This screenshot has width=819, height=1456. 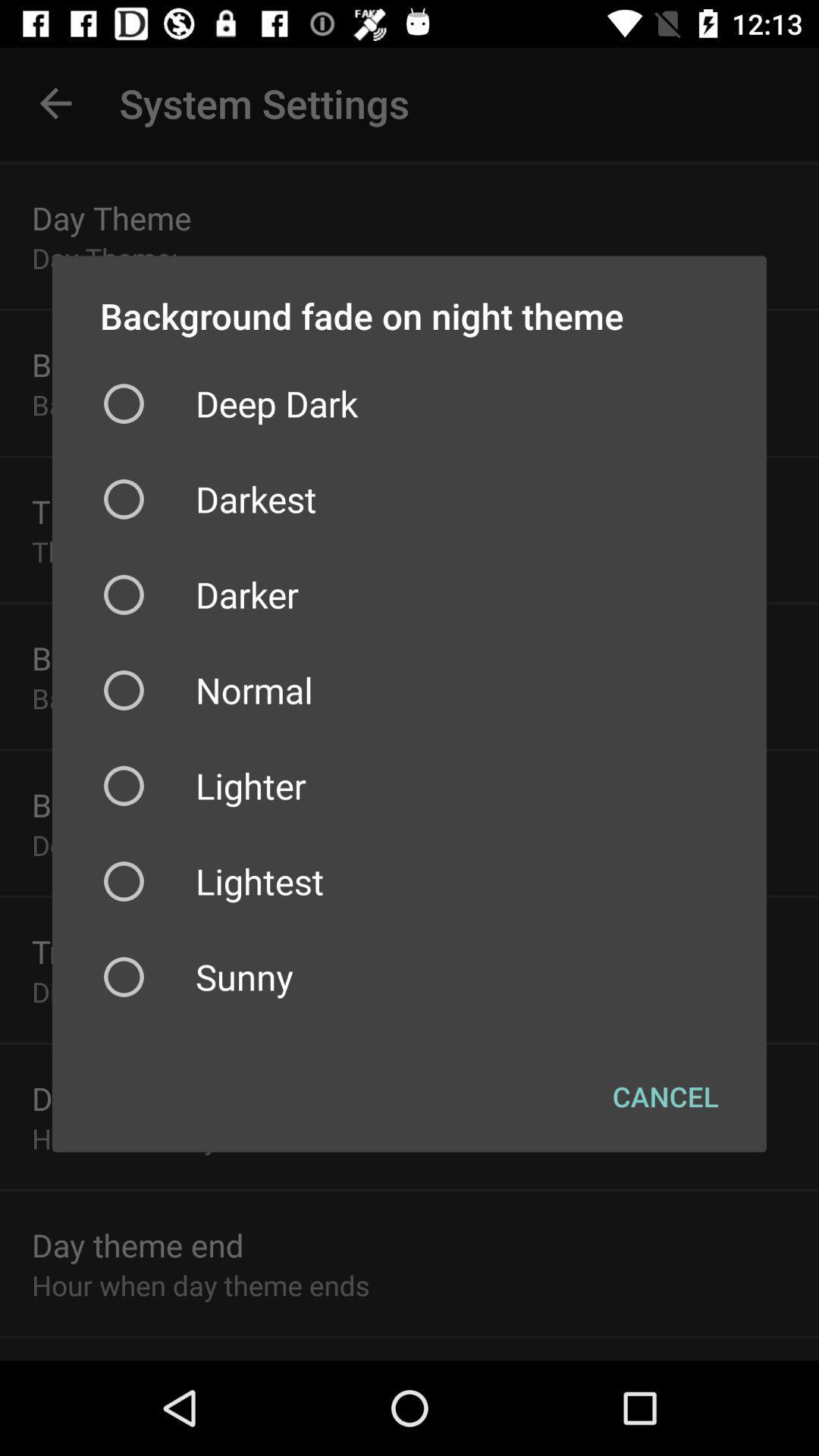 What do you see at coordinates (664, 1096) in the screenshot?
I see `the icon below the sunny checkbox` at bounding box center [664, 1096].